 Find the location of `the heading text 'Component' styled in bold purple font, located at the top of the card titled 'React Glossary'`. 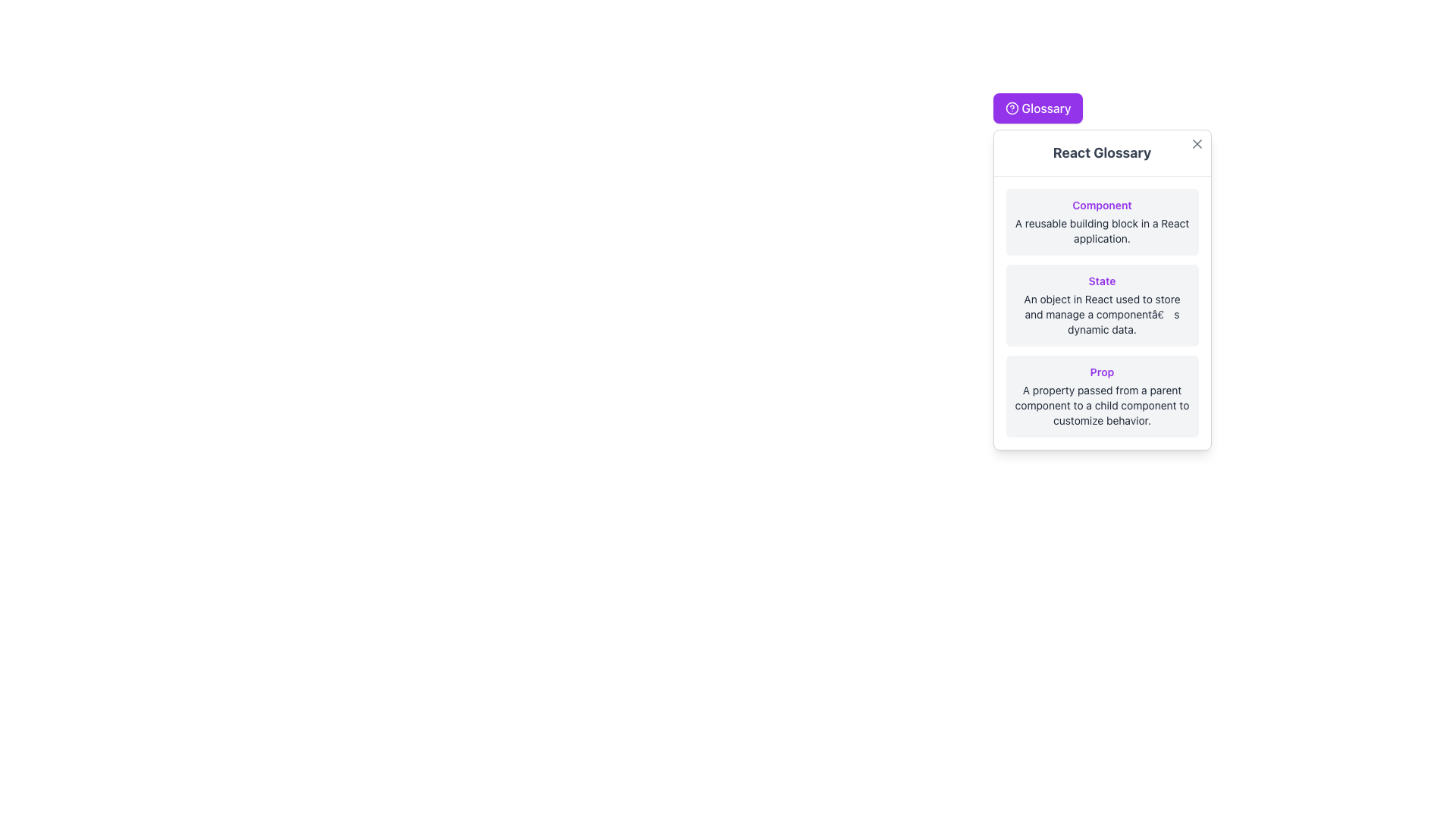

the heading text 'Component' styled in bold purple font, located at the top of the card titled 'React Glossary' is located at coordinates (1102, 205).